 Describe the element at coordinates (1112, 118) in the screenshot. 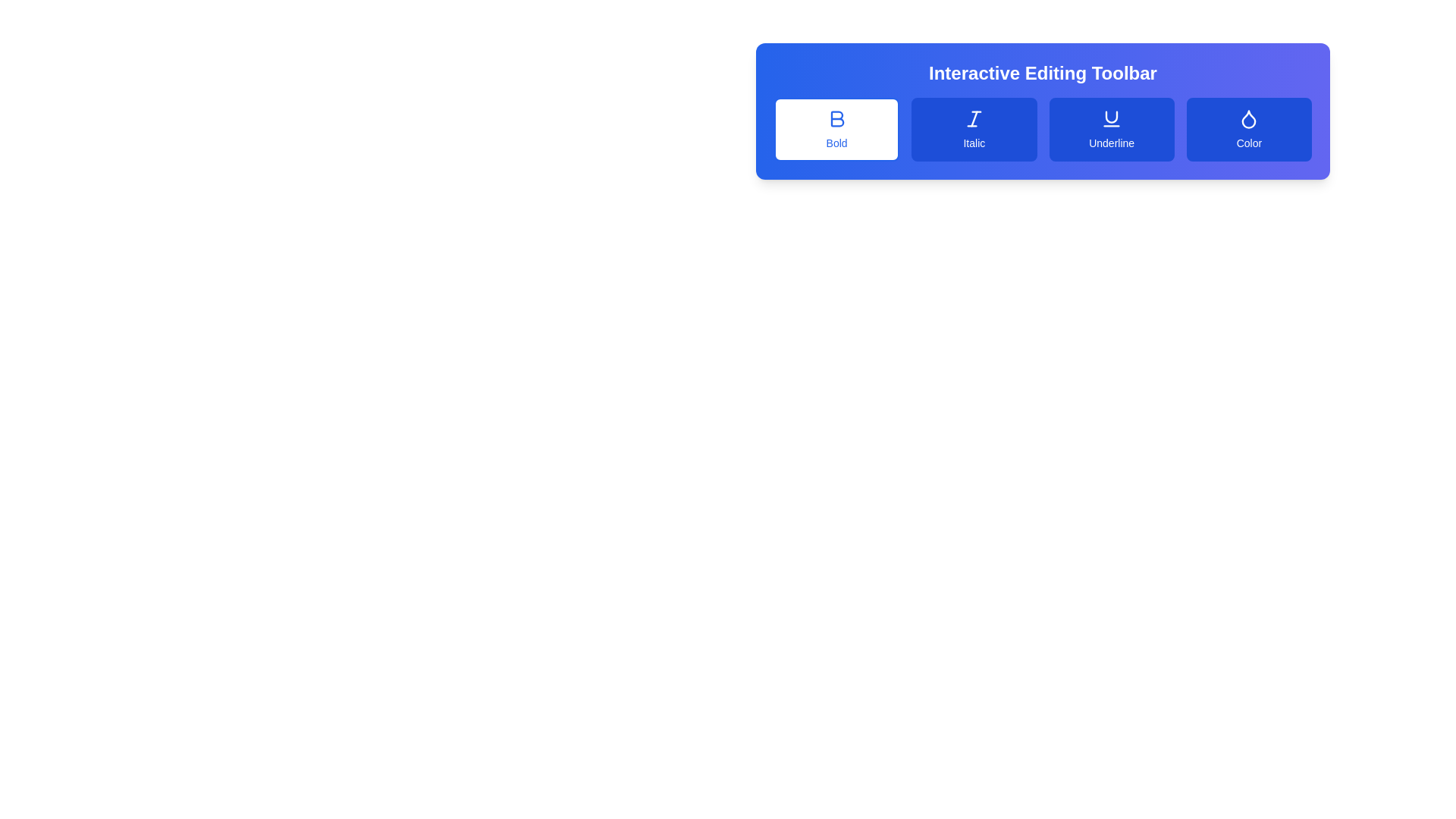

I see `the underline formatting icon located within the 'Underline' button of the 'Interactive Editing Toolbar'` at that location.